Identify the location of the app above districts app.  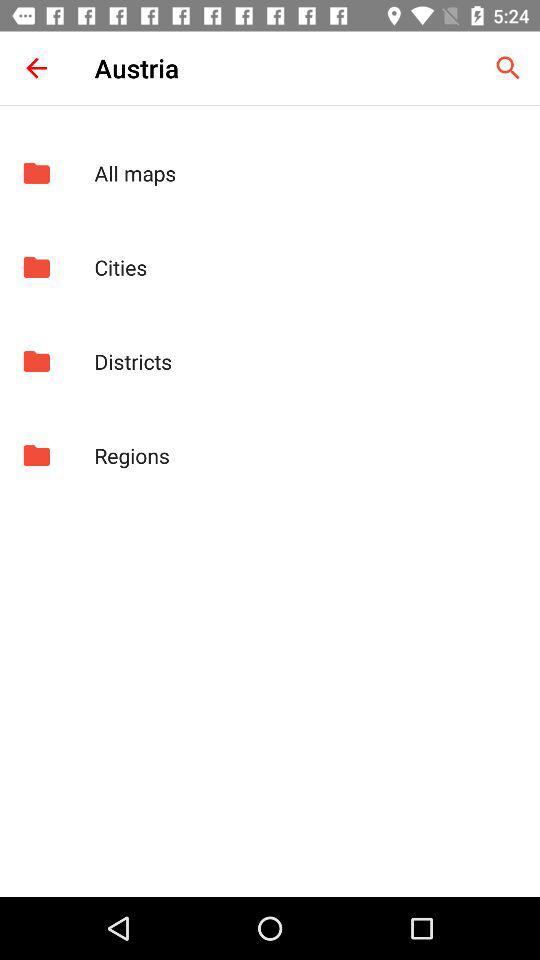
(306, 266).